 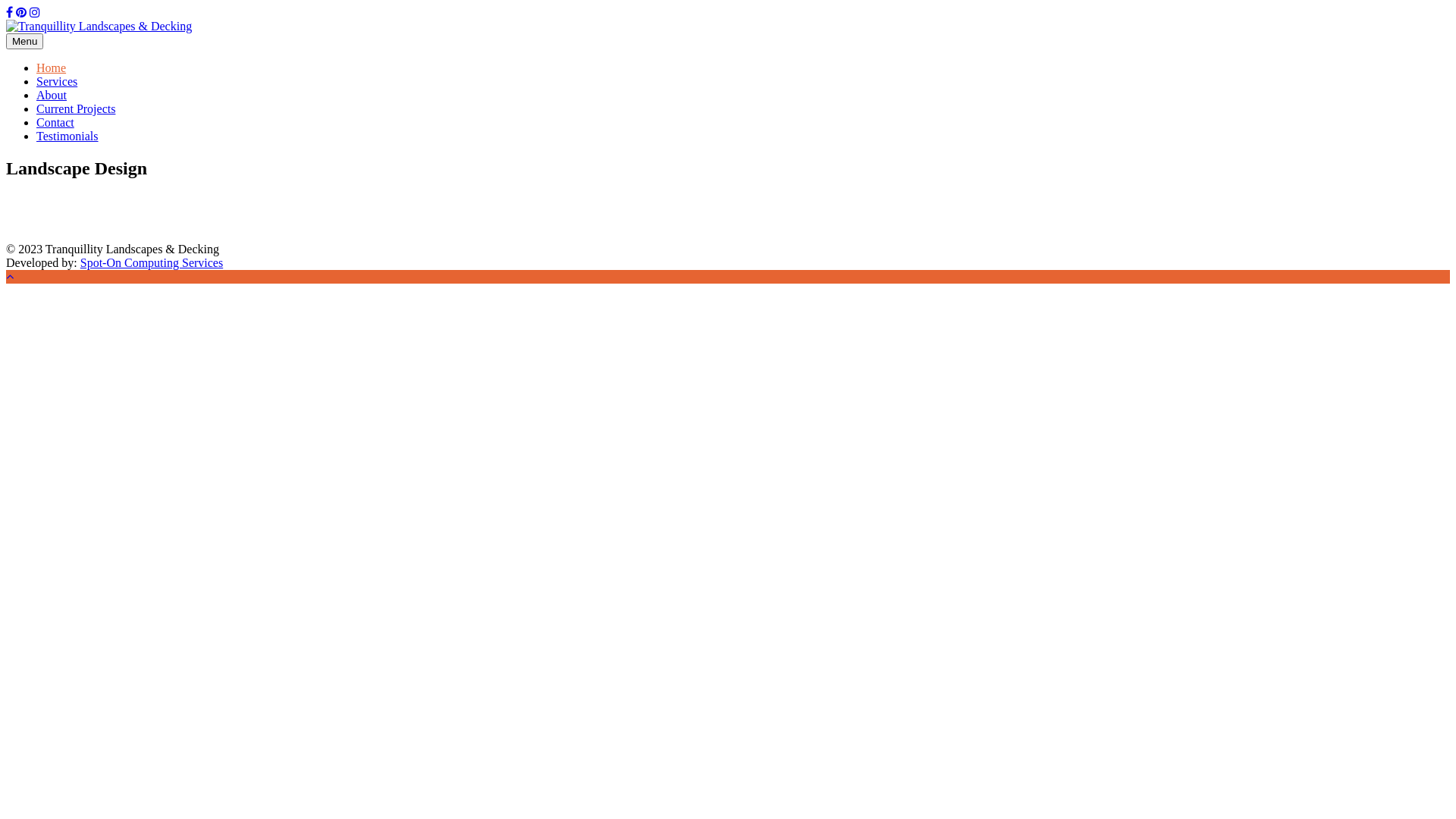 I want to click on 'Contact', so click(x=55, y=121).